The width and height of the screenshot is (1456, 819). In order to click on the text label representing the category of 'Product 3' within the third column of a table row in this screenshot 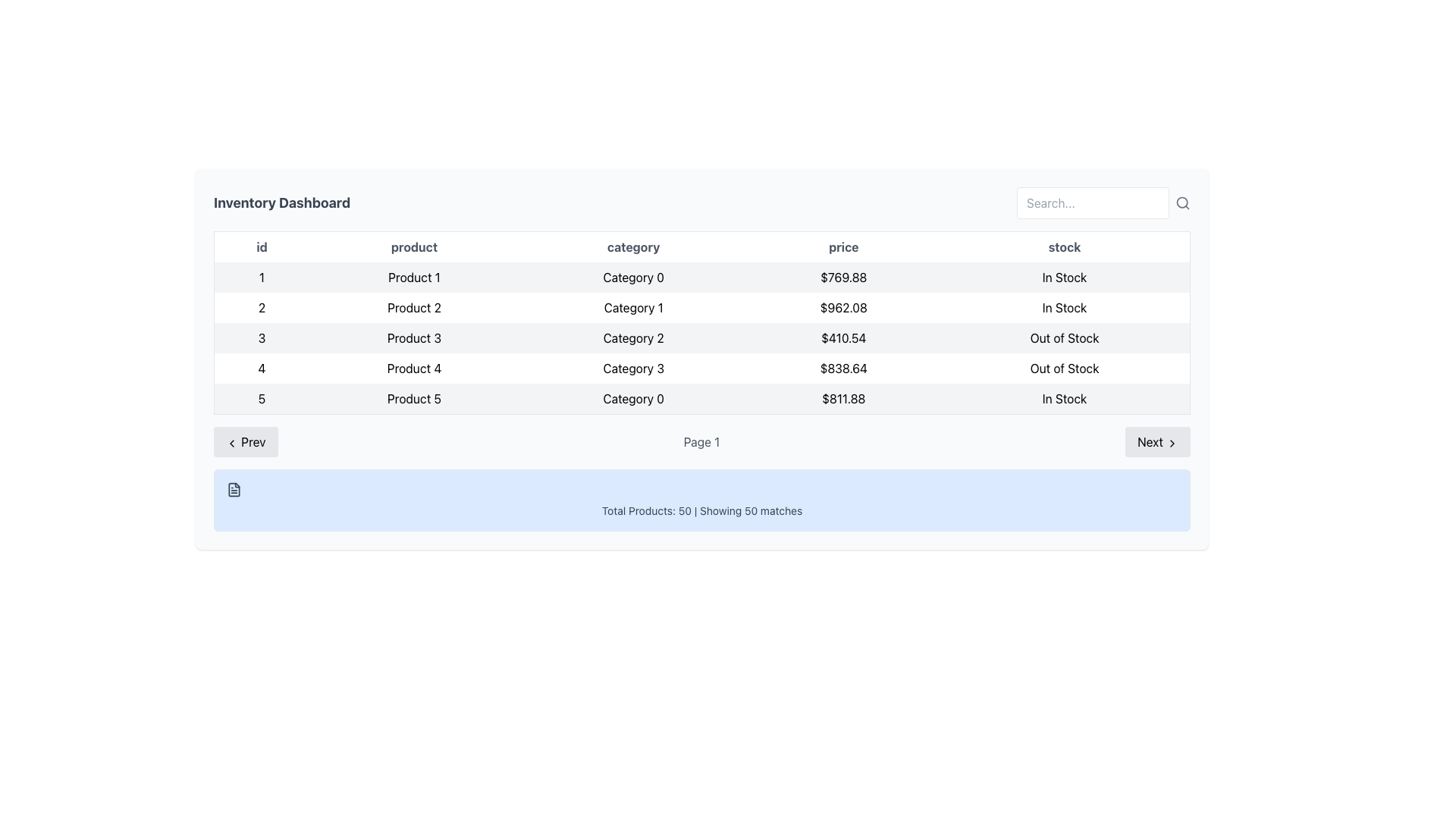, I will do `click(633, 337)`.